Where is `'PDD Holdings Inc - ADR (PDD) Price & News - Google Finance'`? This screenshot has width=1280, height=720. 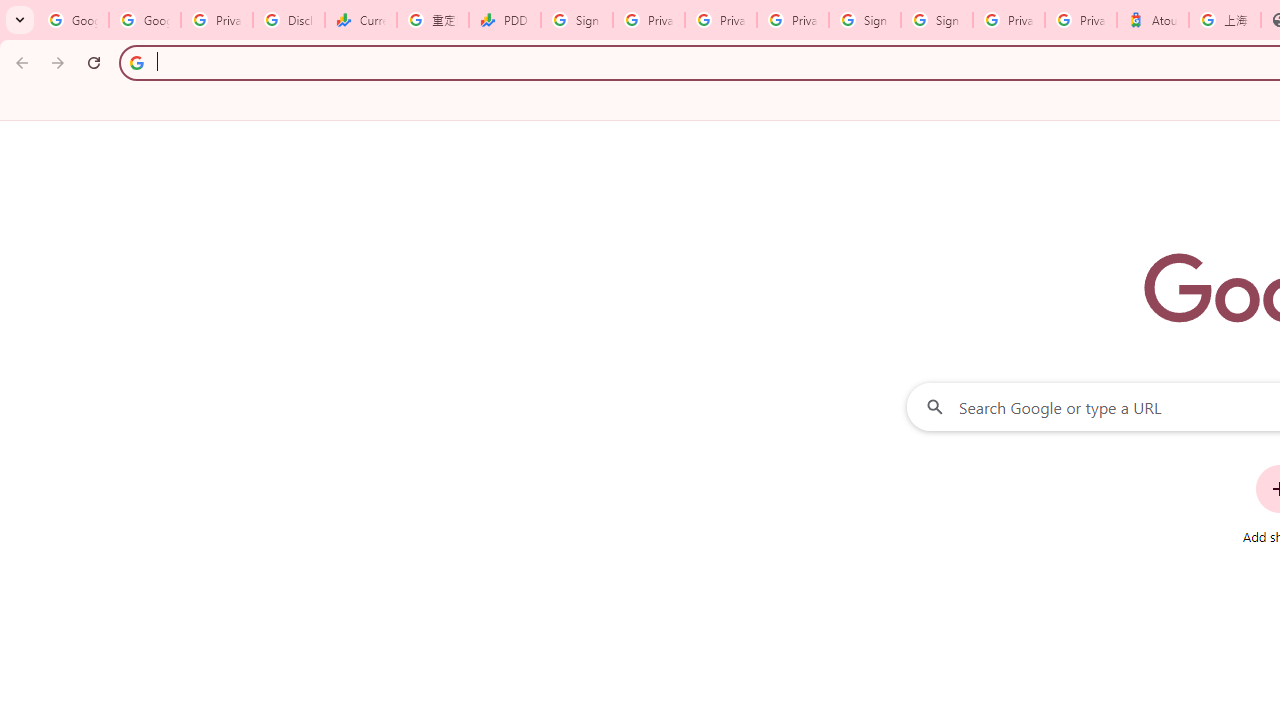
'PDD Holdings Inc - ADR (PDD) Price & News - Google Finance' is located at coordinates (504, 20).